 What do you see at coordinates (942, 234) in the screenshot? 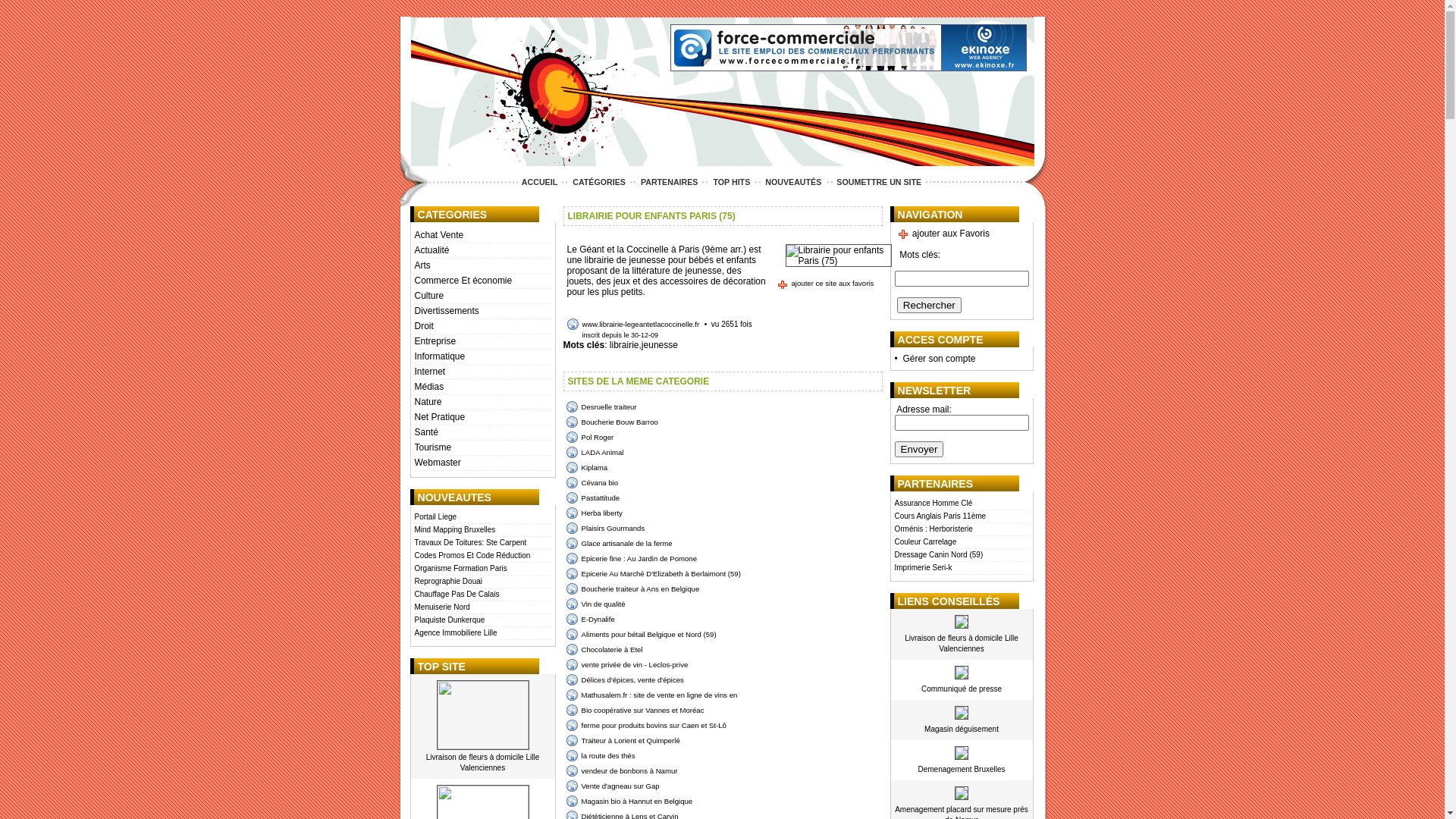
I see `'ajouter aux Favoris'` at bounding box center [942, 234].